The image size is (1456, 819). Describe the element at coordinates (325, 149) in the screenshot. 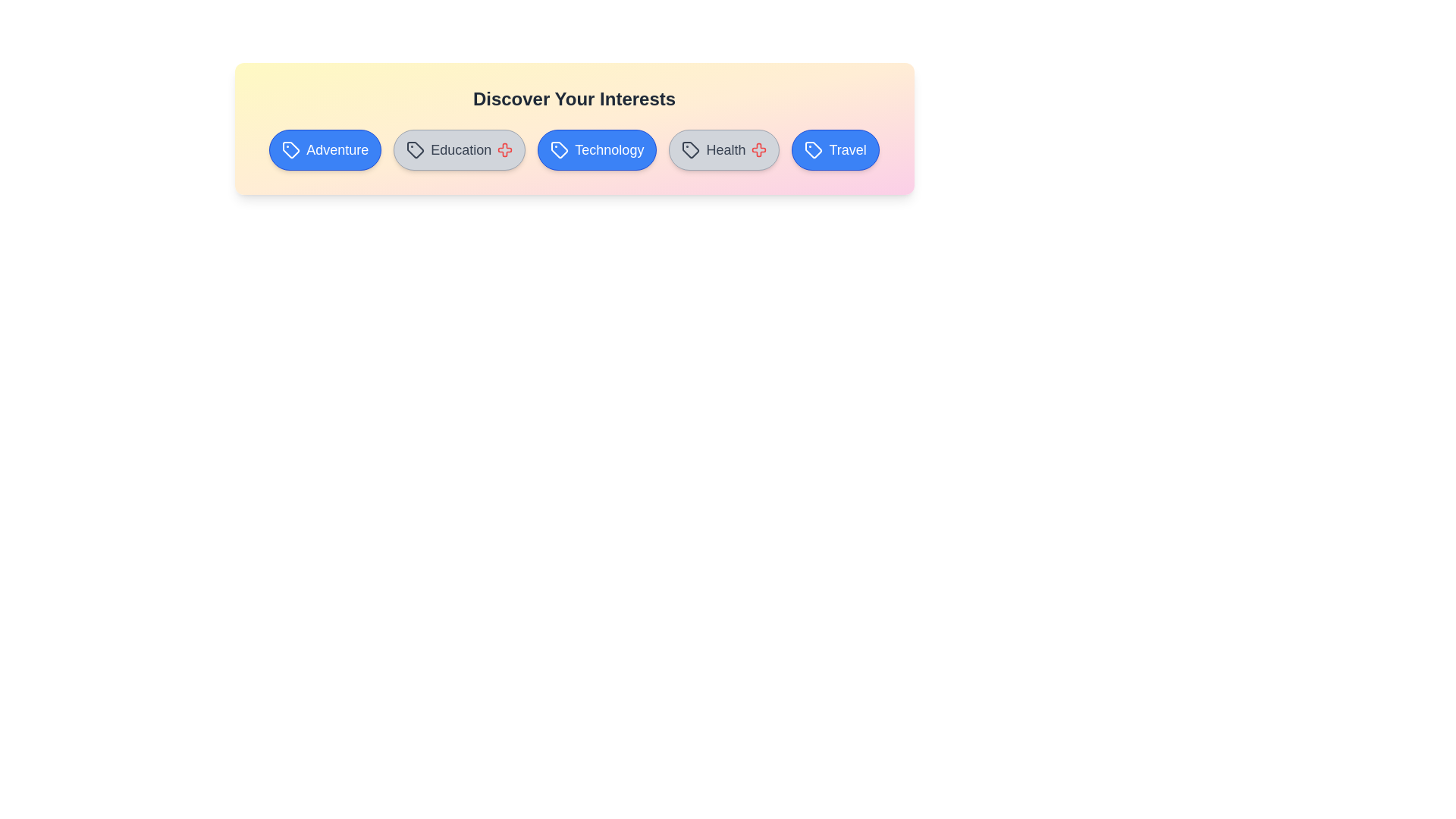

I see `the tag labeled Adventure to observe the hover effect` at that location.